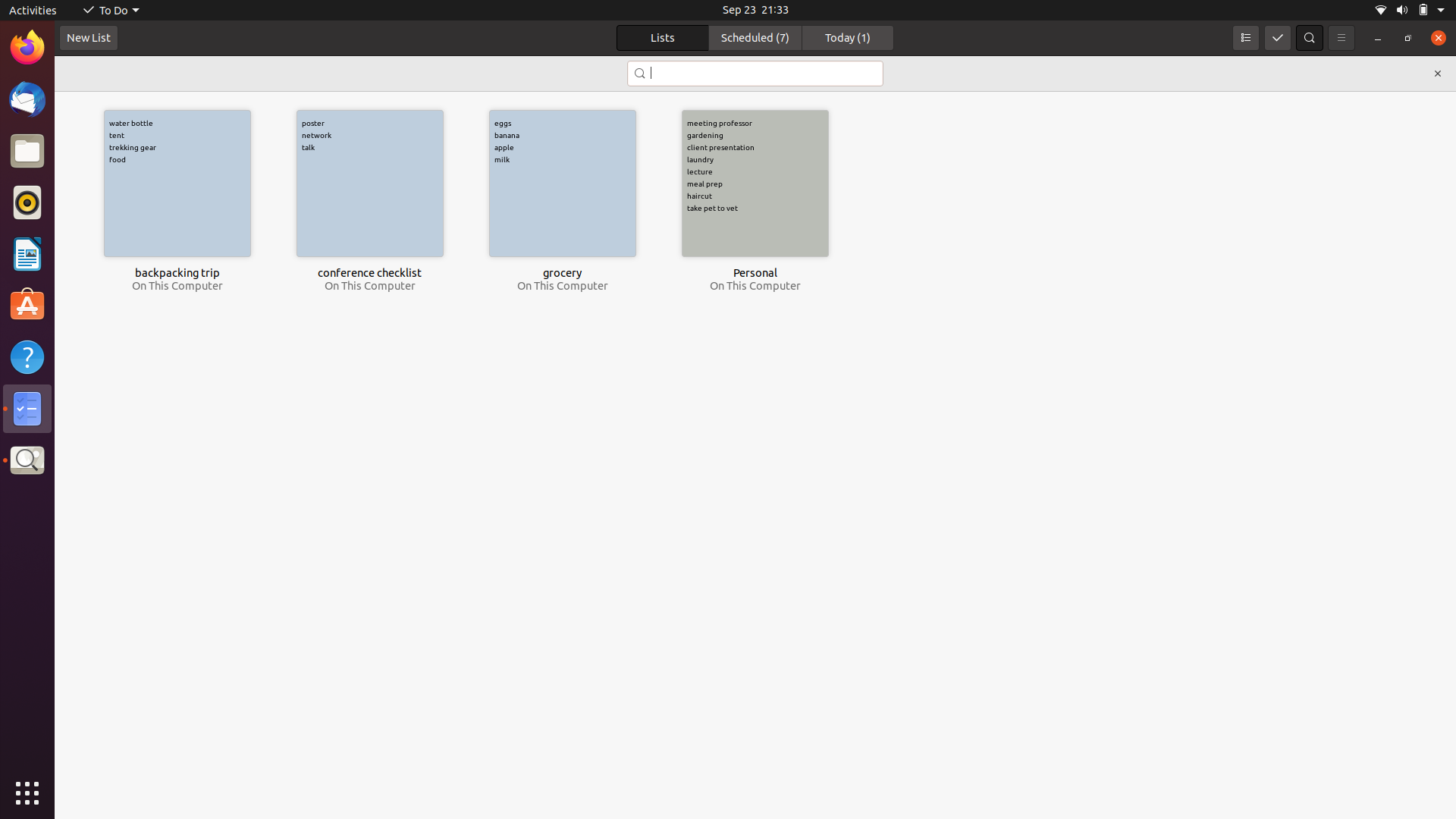 The height and width of the screenshot is (819, 1456). Describe the element at coordinates (1245, 37) in the screenshot. I see `Switch to list view` at that location.